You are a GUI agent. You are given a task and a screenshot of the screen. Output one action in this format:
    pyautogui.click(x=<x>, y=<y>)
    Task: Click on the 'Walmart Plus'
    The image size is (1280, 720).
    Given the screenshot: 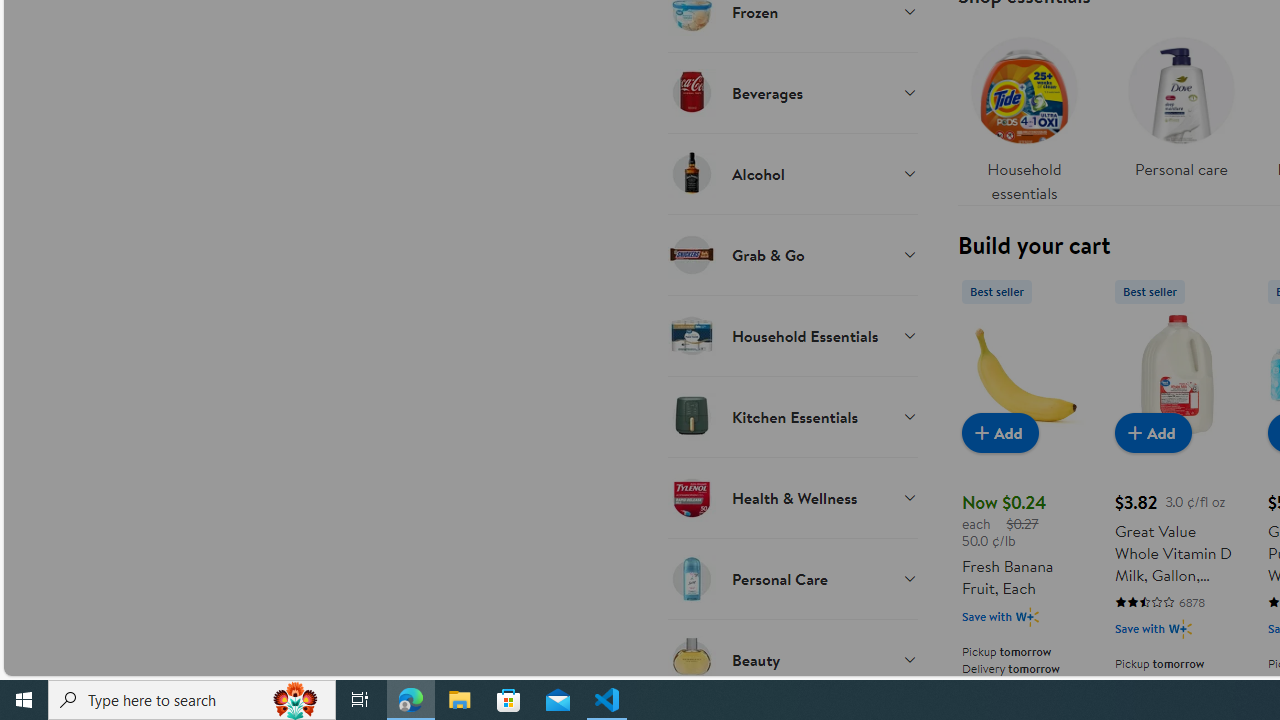 What is the action you would take?
    pyautogui.click(x=1180, y=627)
    